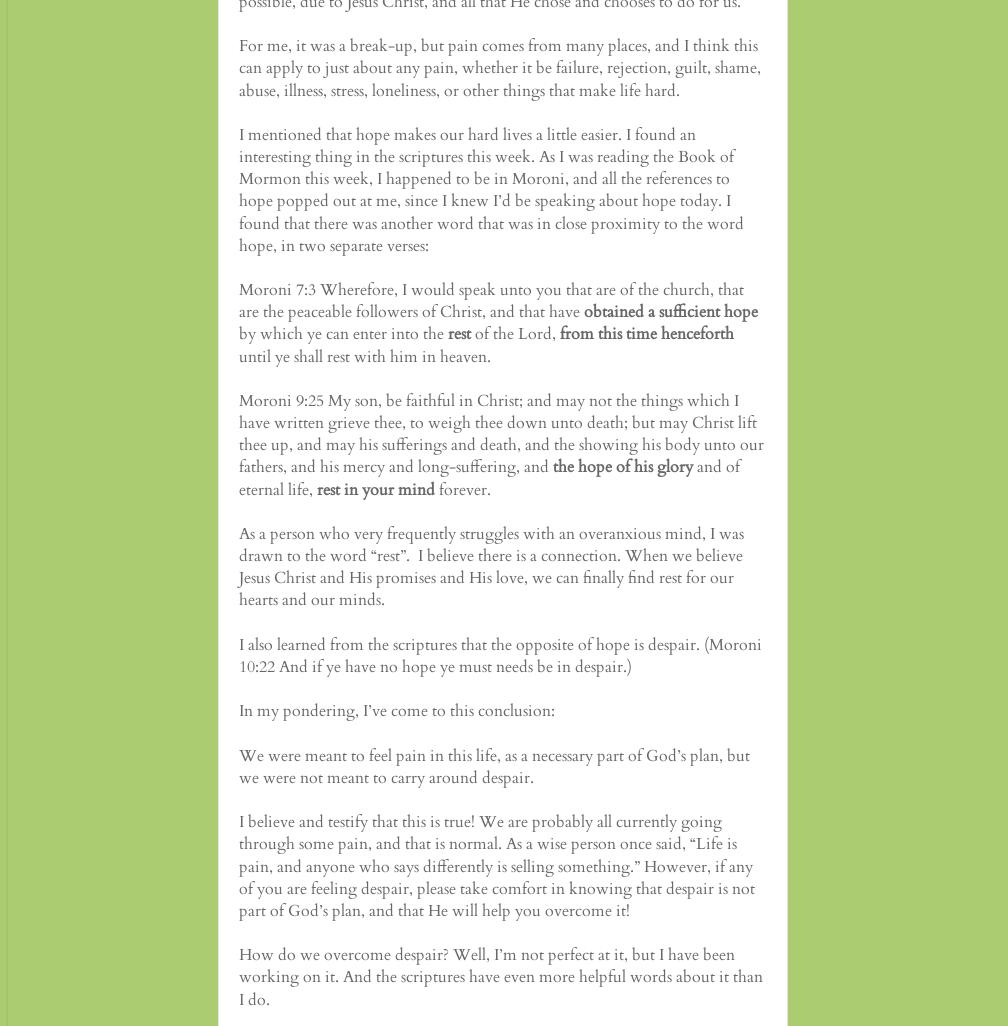 The height and width of the screenshot is (1026, 1008). I want to click on 'As a person who very frequently struggles with an overanxious mind, I was drawn to the word “rest”.  I believe there is a connection. When we believe Jesus Christ and His promises and His love, we can finally find rest for our hearts and our minds.', so click(238, 565).